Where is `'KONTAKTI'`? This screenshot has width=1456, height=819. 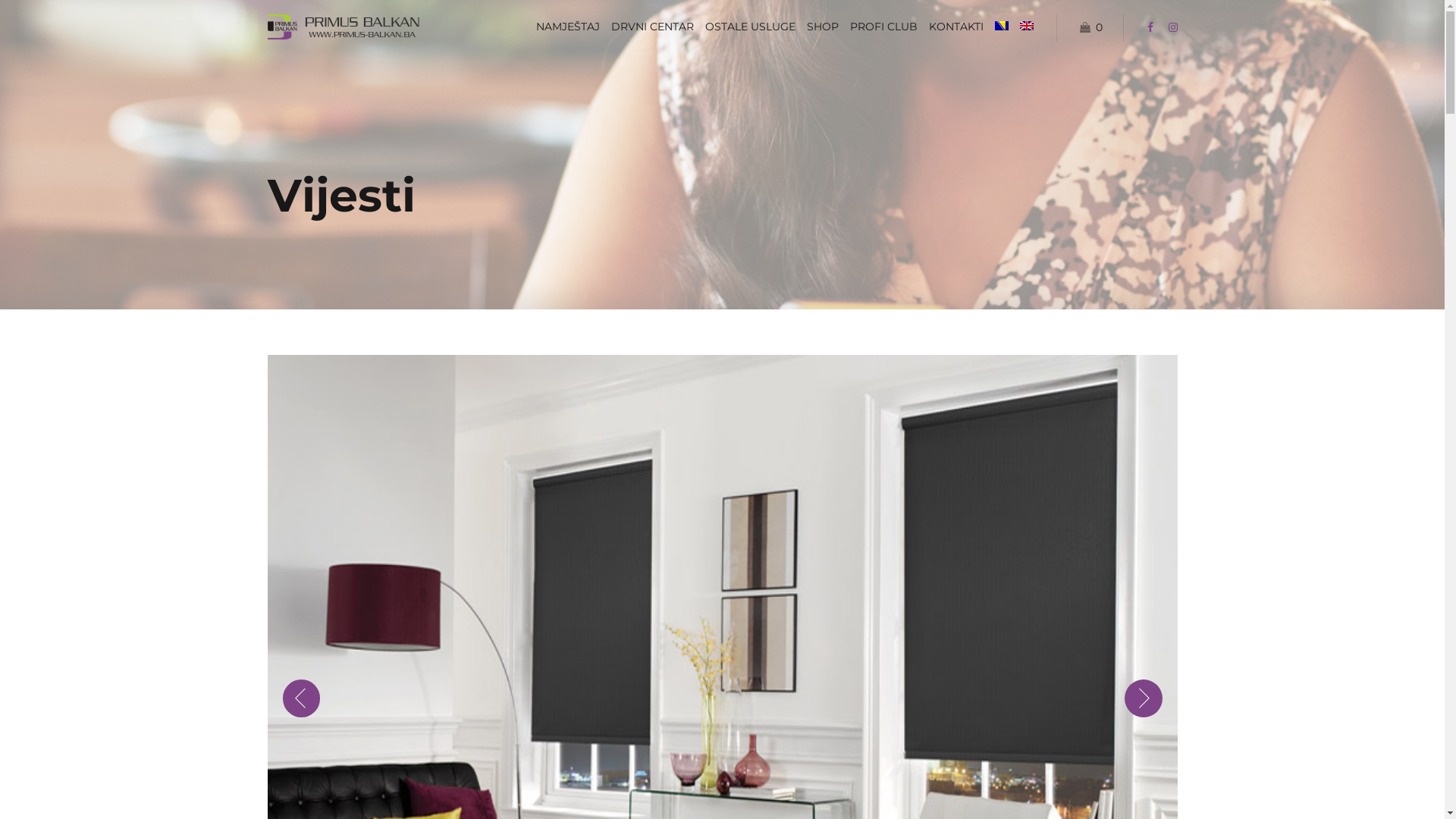 'KONTAKTI' is located at coordinates (927, 26).